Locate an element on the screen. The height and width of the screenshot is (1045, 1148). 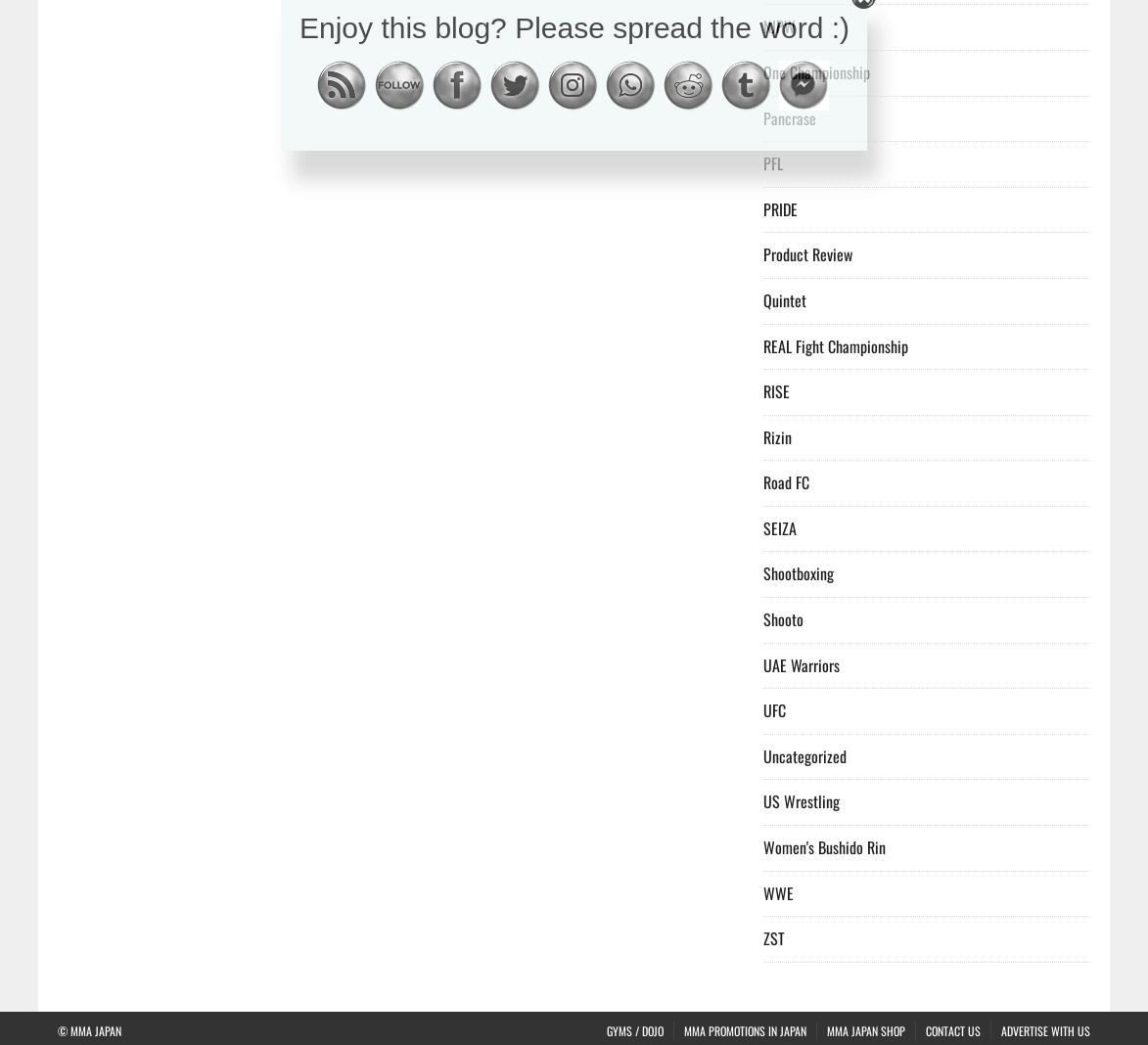
'RISE' is located at coordinates (776, 389).